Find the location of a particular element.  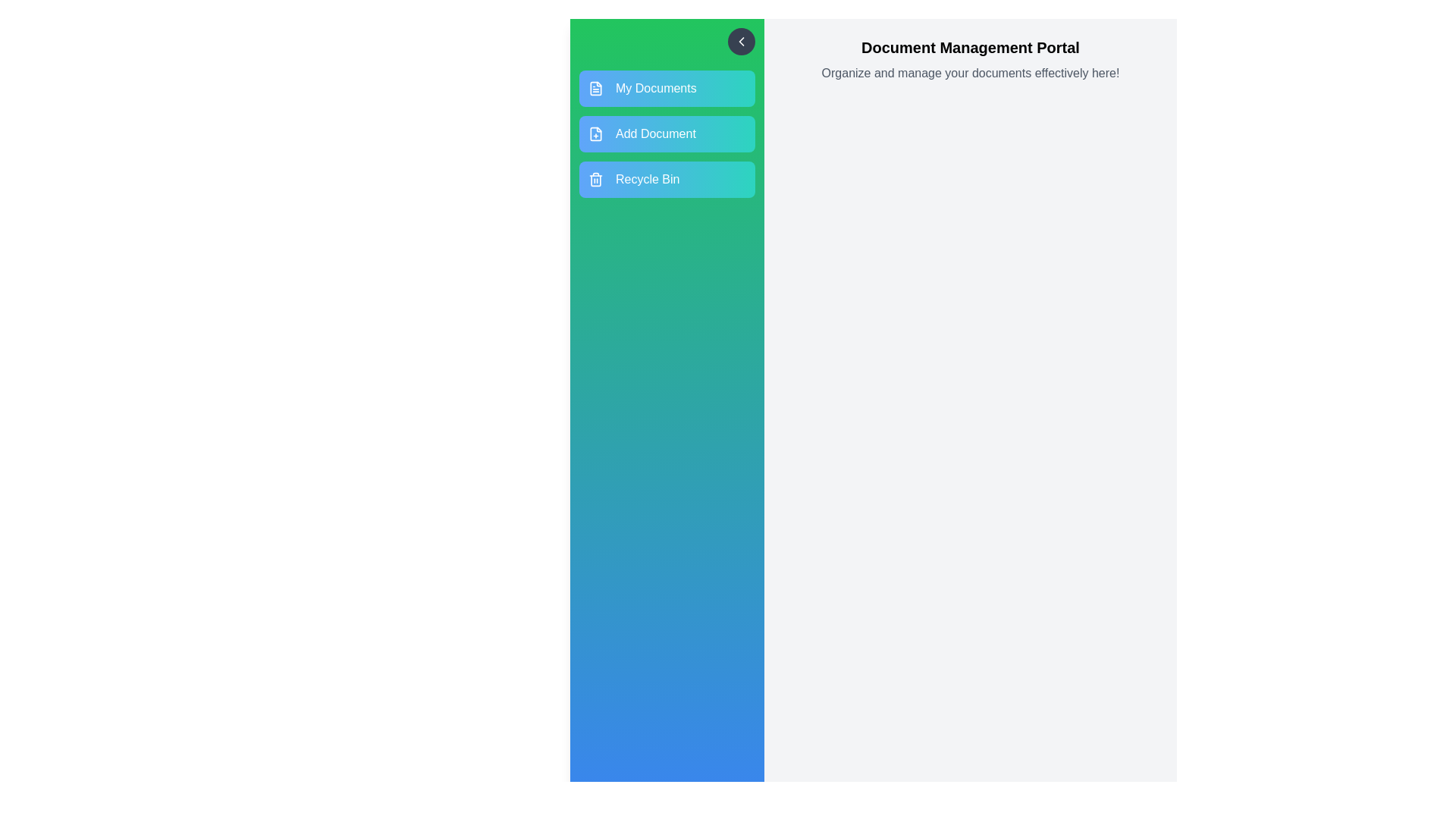

the menu option Add Document to view its hover effect is located at coordinates (667, 133).